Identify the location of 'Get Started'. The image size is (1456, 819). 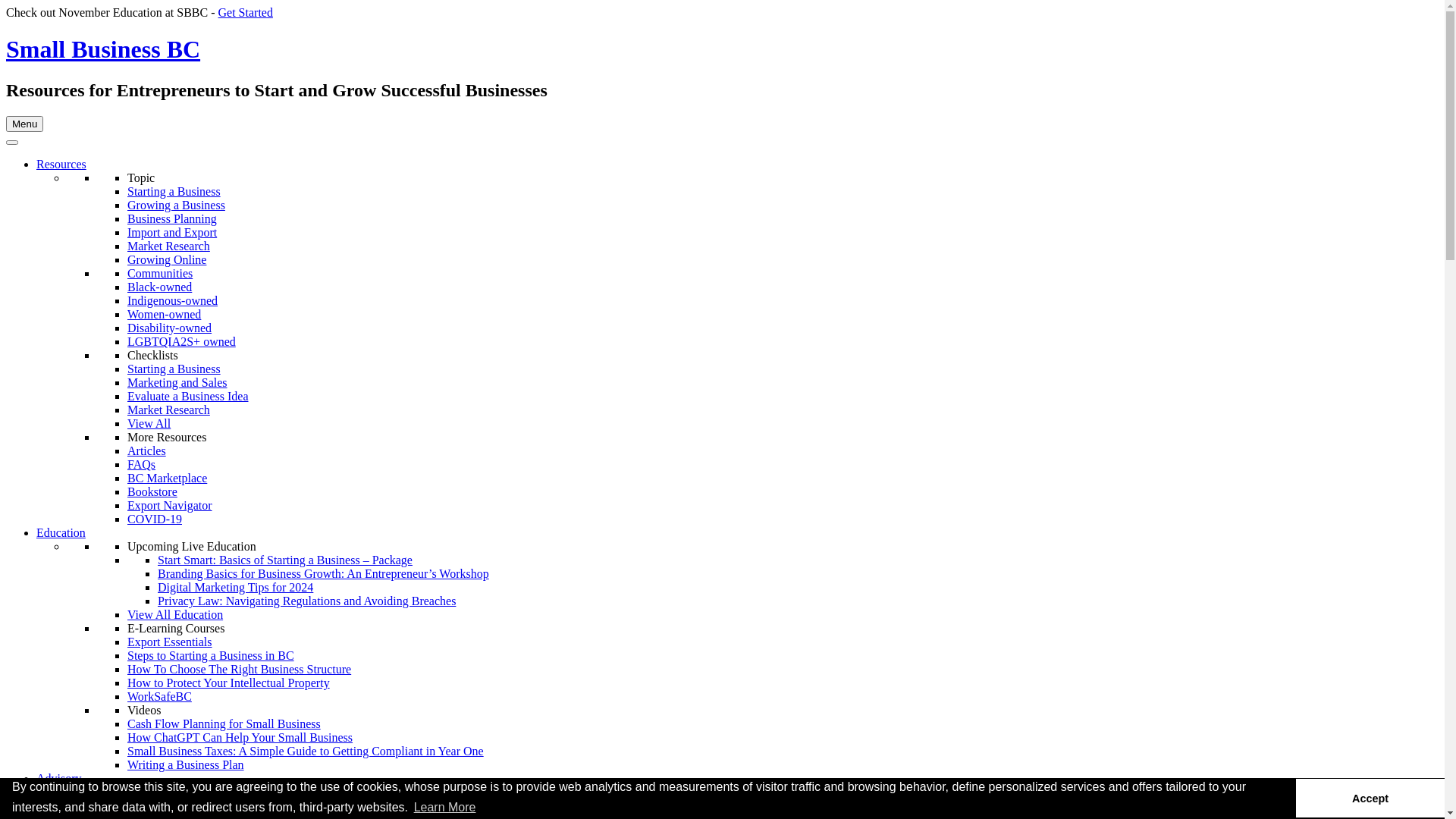
(246, 12).